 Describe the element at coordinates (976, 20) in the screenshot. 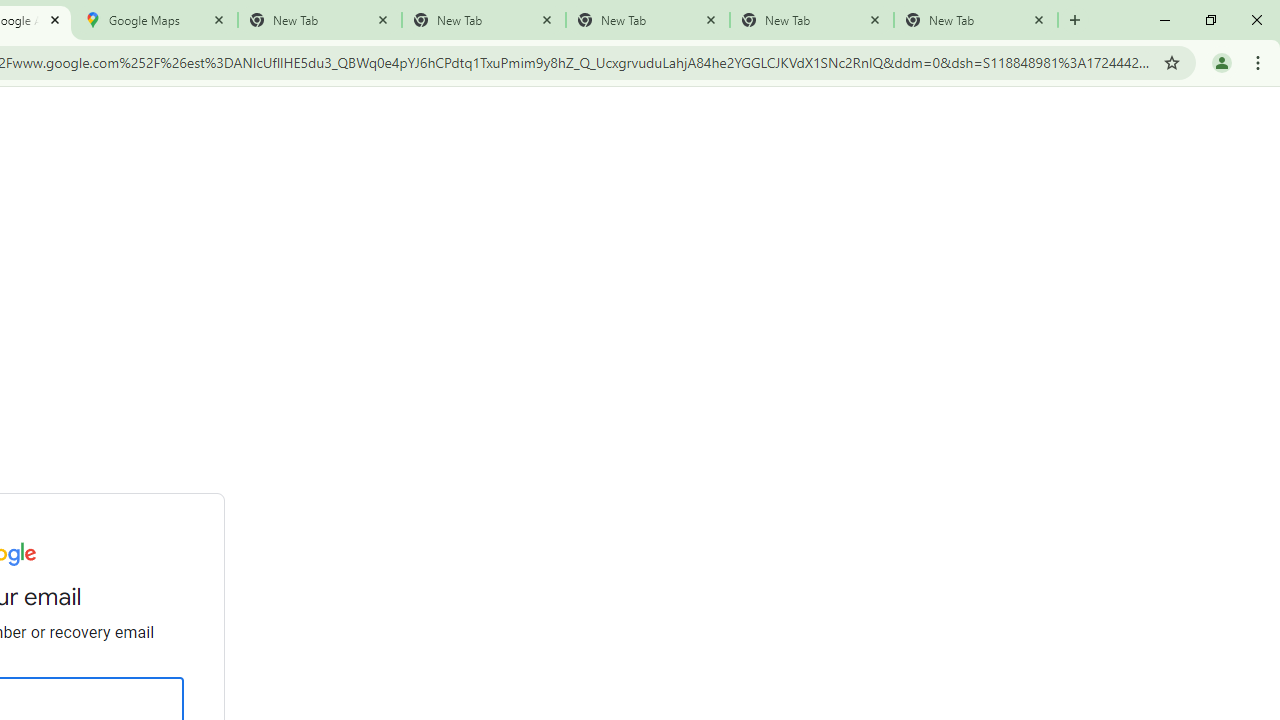

I see `'New Tab'` at that location.